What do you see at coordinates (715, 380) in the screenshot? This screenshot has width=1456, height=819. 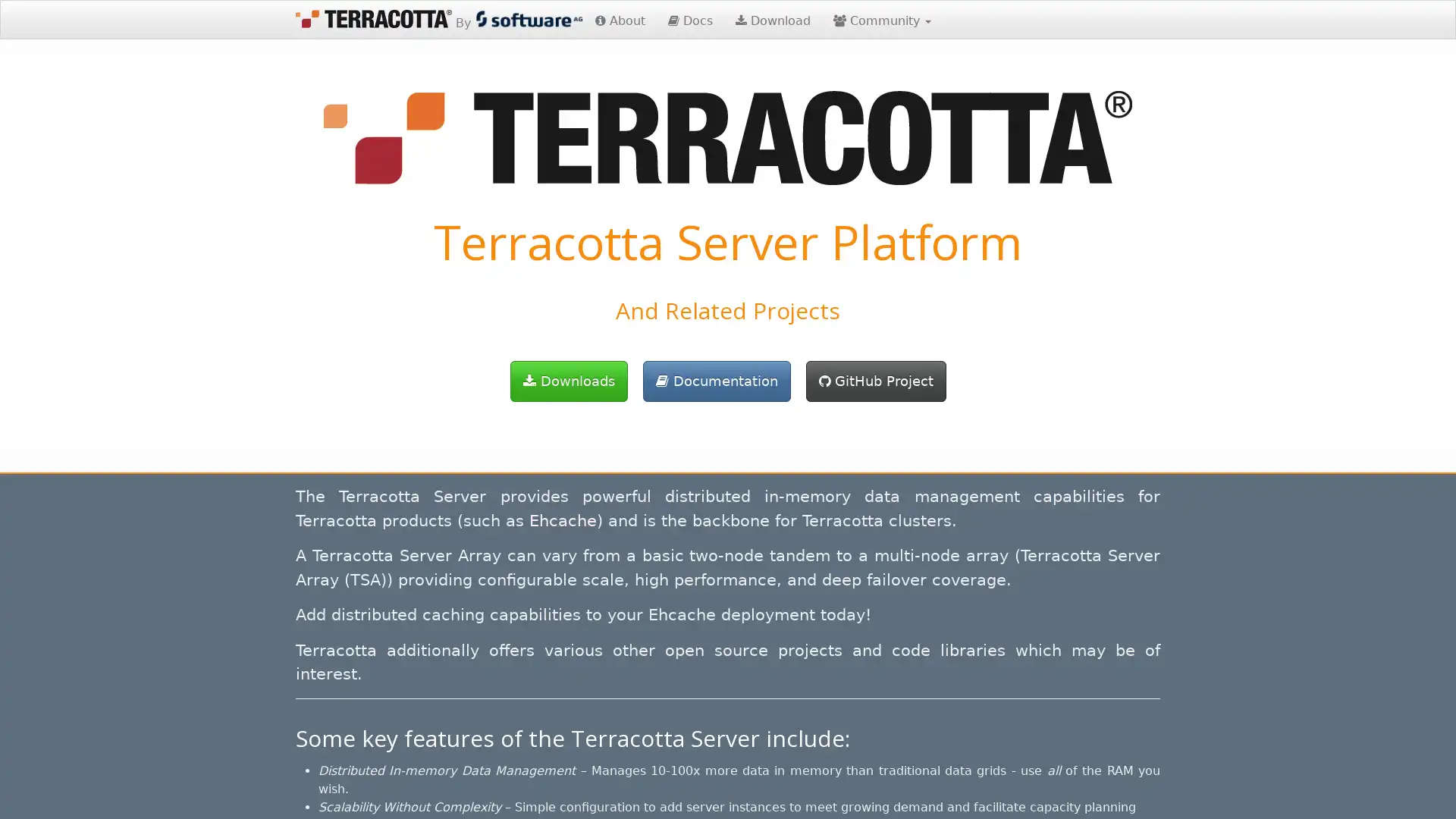 I see `Documentation` at bounding box center [715, 380].